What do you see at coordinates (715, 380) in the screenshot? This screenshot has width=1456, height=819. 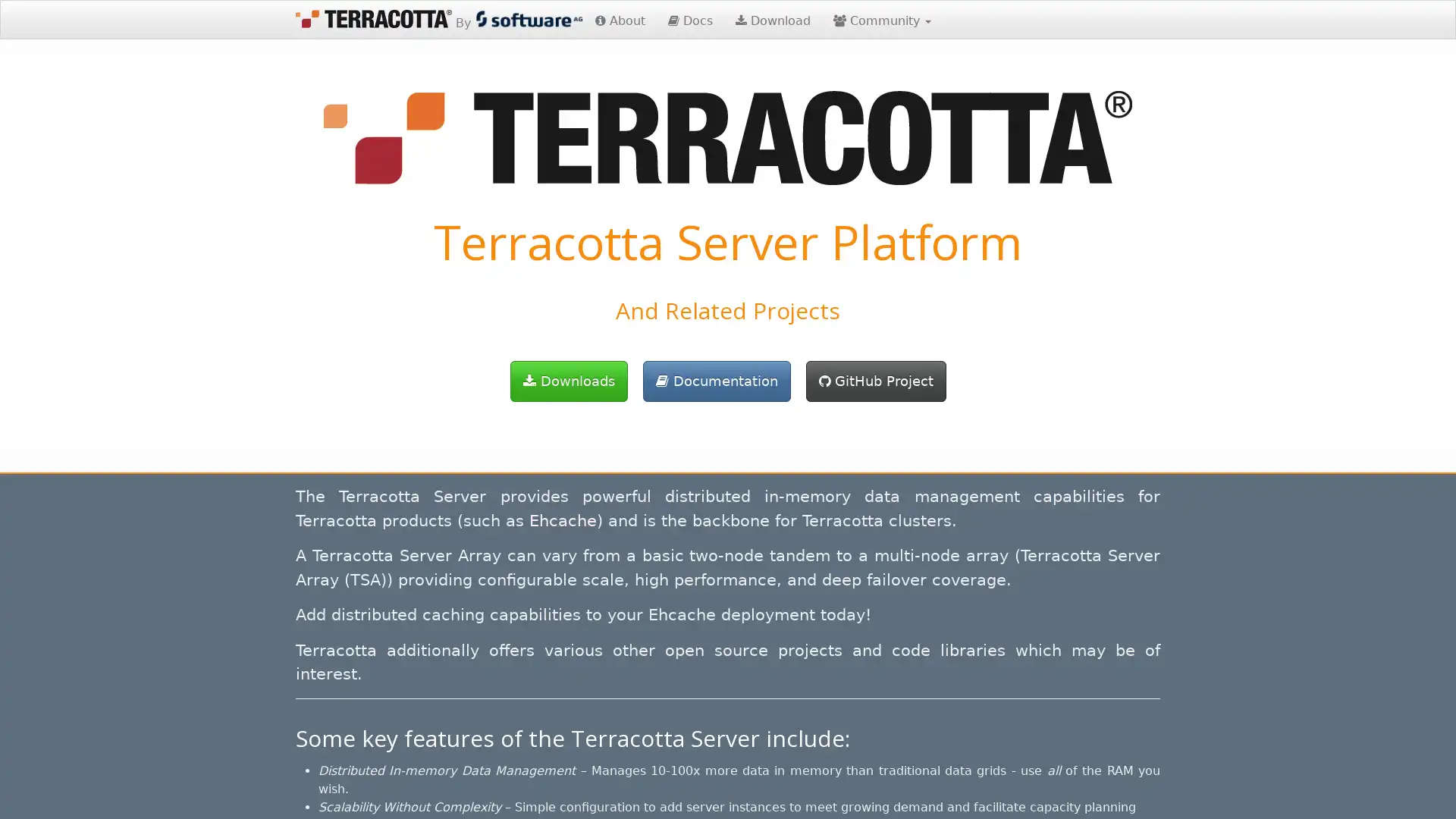 I see `Documentation` at bounding box center [715, 380].